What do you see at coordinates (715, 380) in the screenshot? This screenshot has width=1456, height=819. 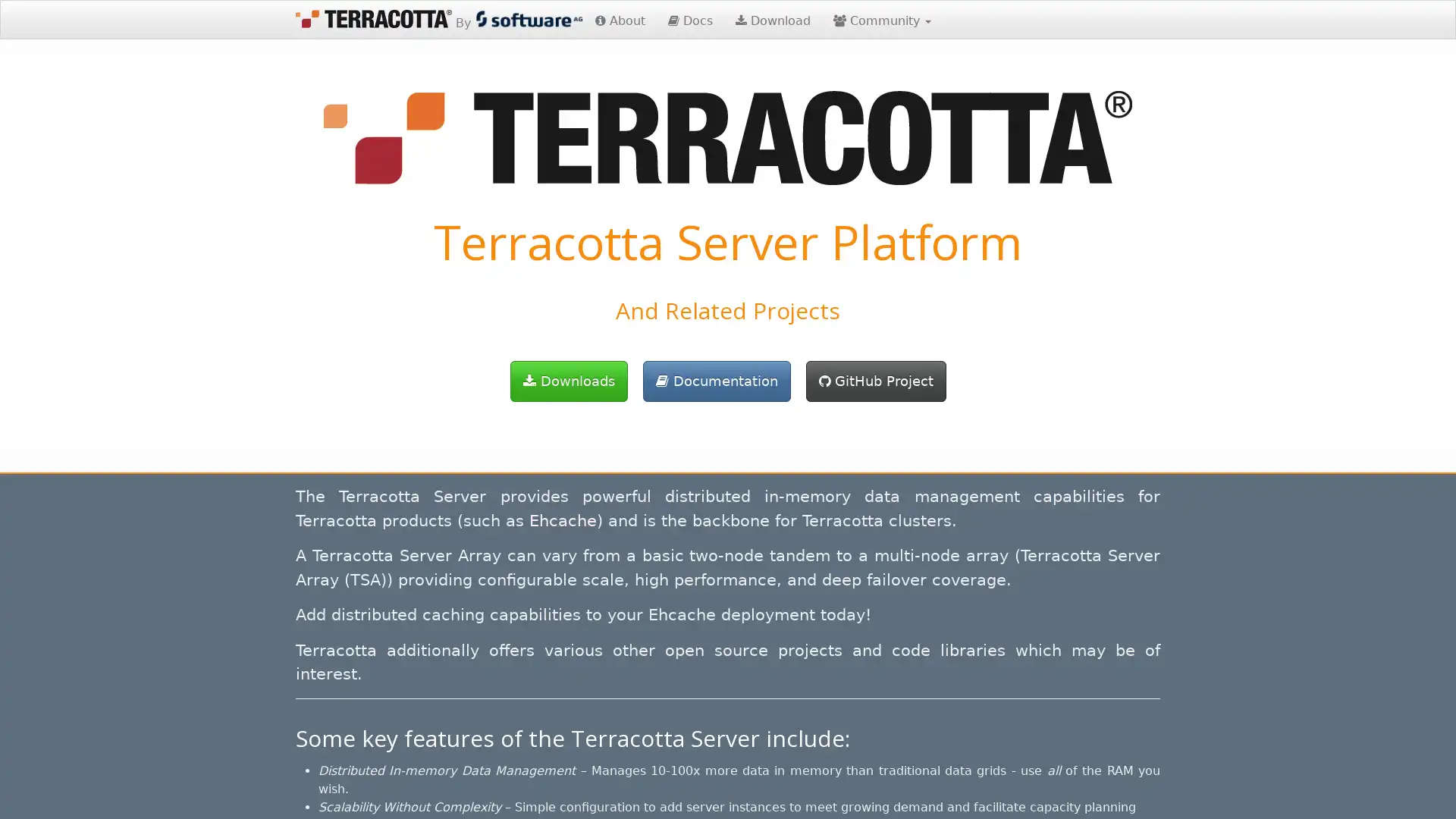 I see `Documentation` at bounding box center [715, 380].